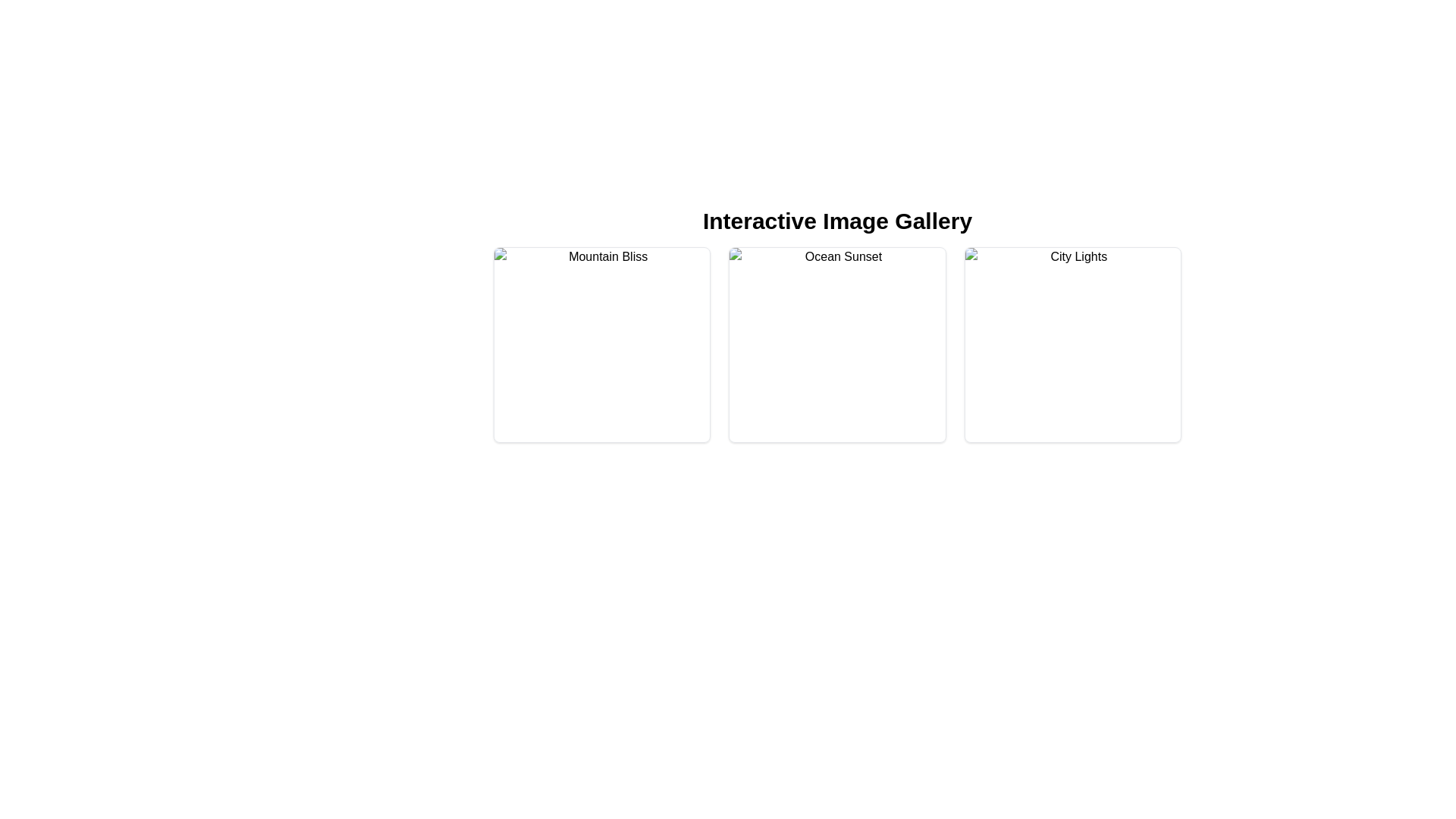 This screenshot has height=819, width=1456. Describe the element at coordinates (836, 345) in the screenshot. I see `the image labeled 'Ocean Sunset'` at that location.